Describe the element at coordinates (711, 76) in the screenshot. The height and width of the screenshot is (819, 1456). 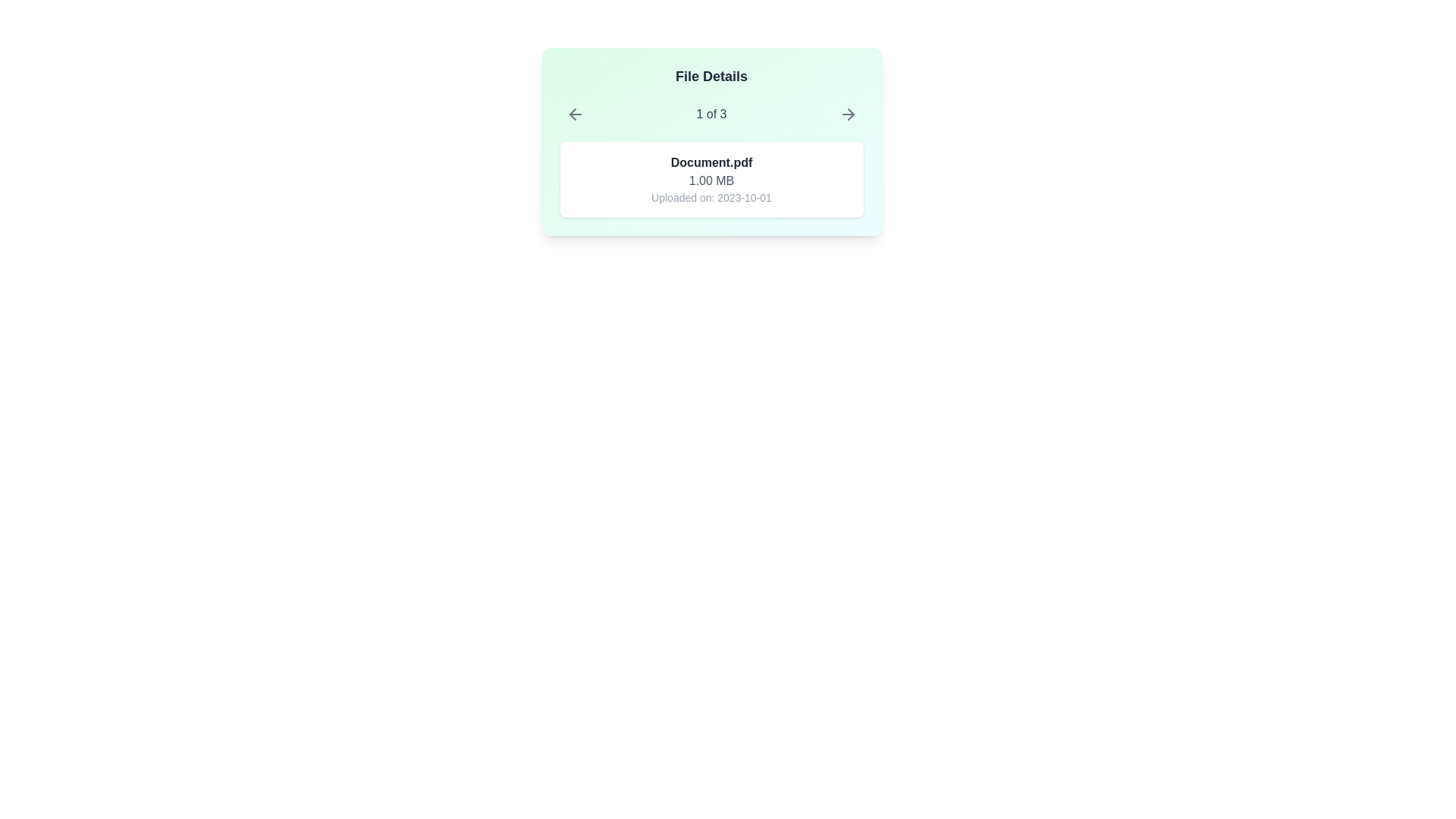
I see `the 'File Details' text label, which is prominently positioned at the top of a card layout with a bold font and gradient background` at that location.